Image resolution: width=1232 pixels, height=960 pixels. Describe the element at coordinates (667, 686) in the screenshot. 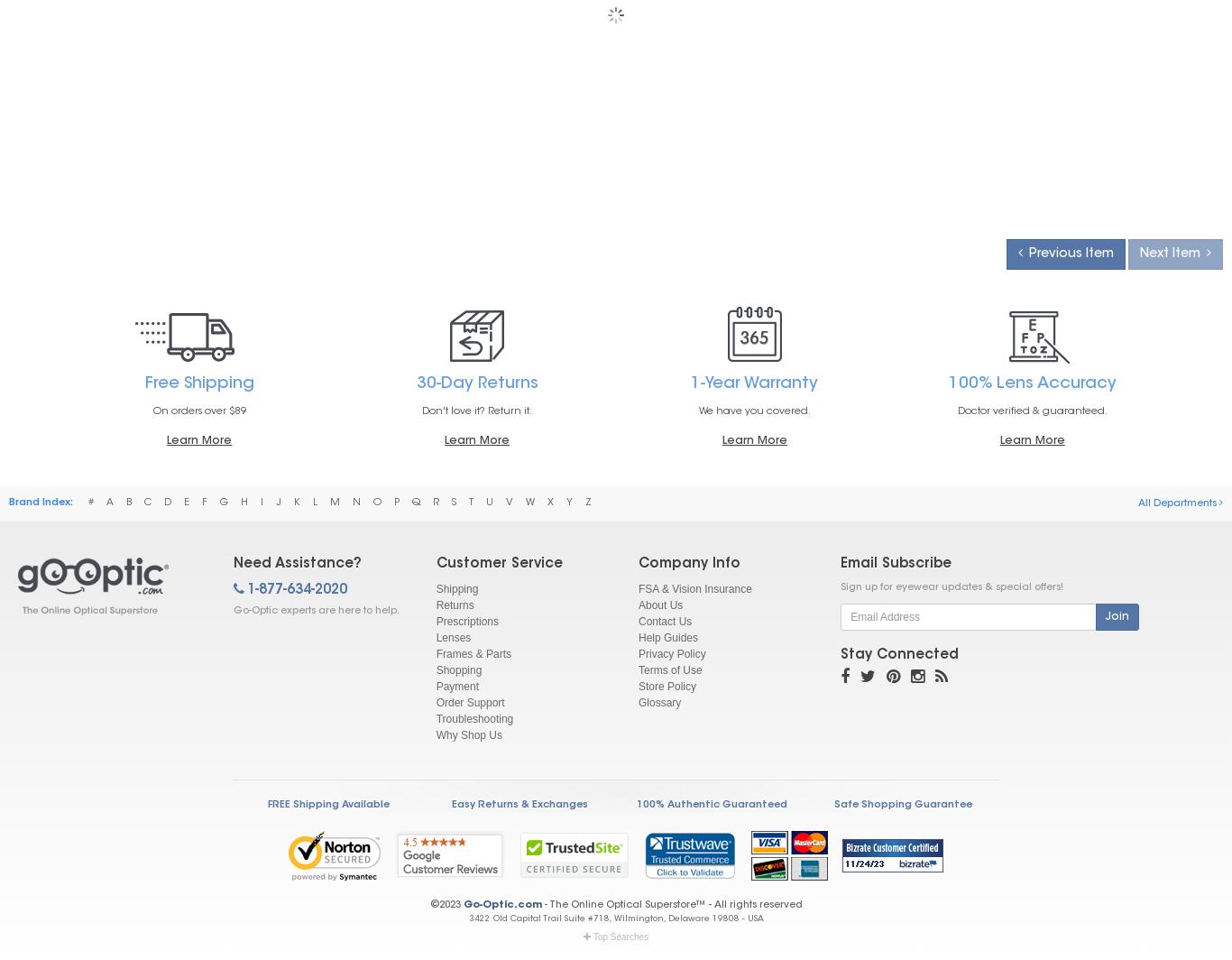

I see `'Store Policy'` at that location.